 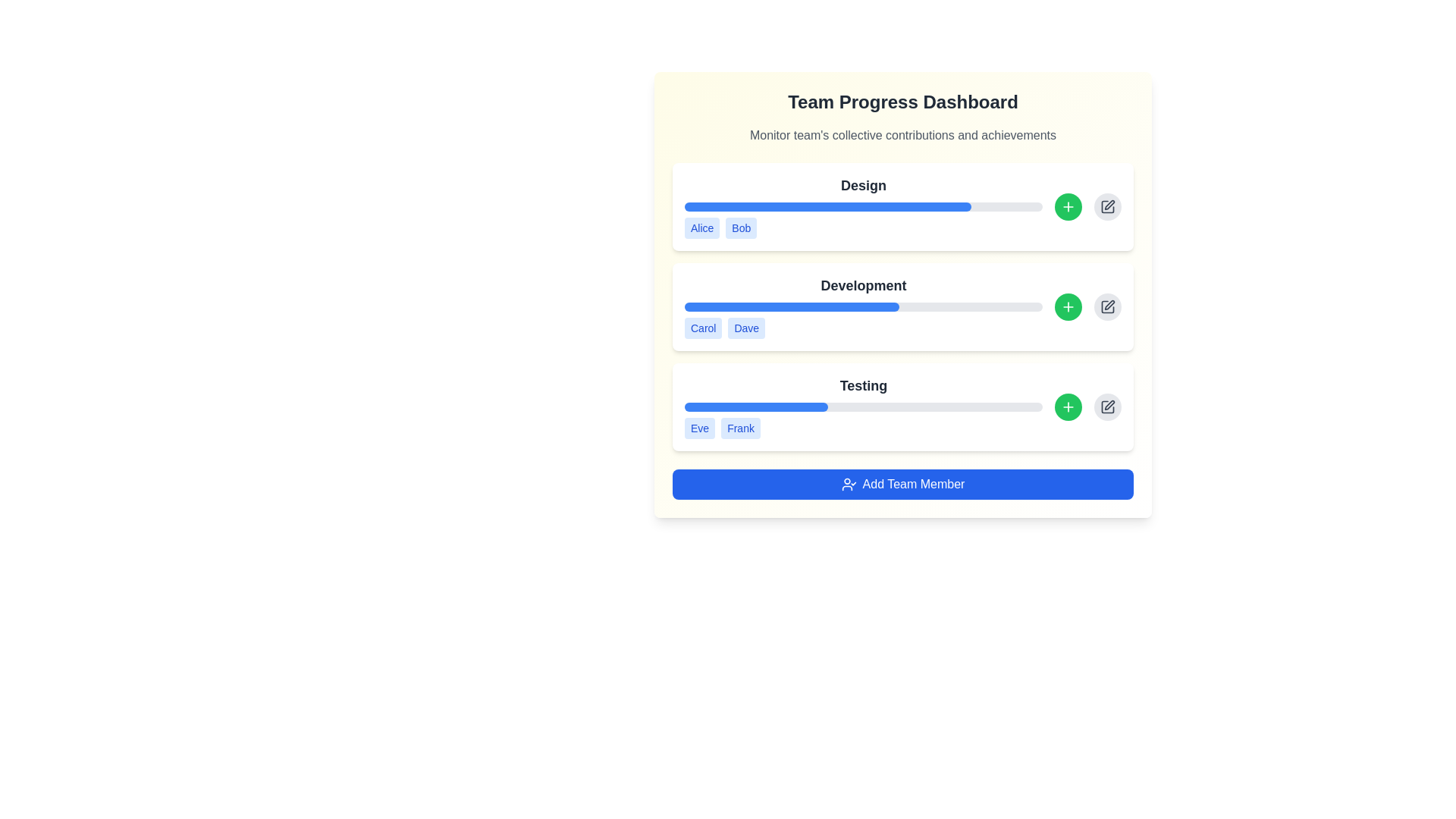 I want to click on the button located to the far right within the 'Development' section to trigger a tooltip, so click(x=1107, y=307).